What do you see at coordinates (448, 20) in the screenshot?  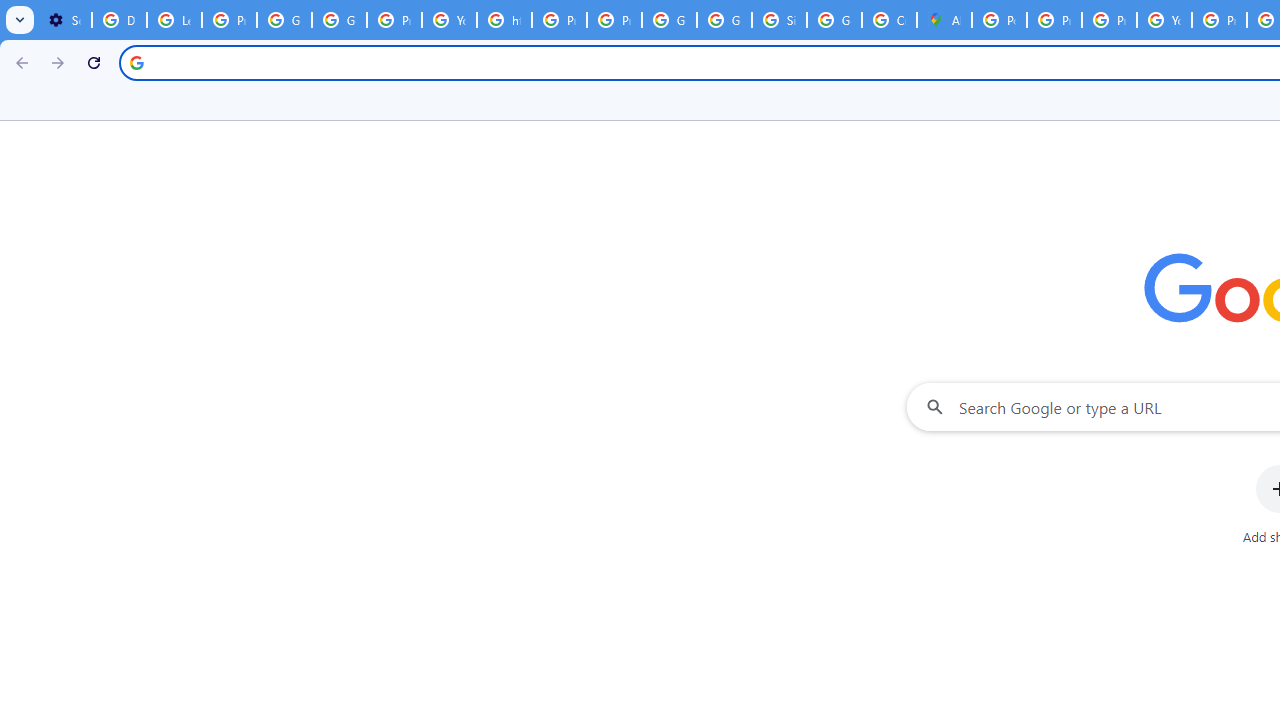 I see `'YouTube'` at bounding box center [448, 20].